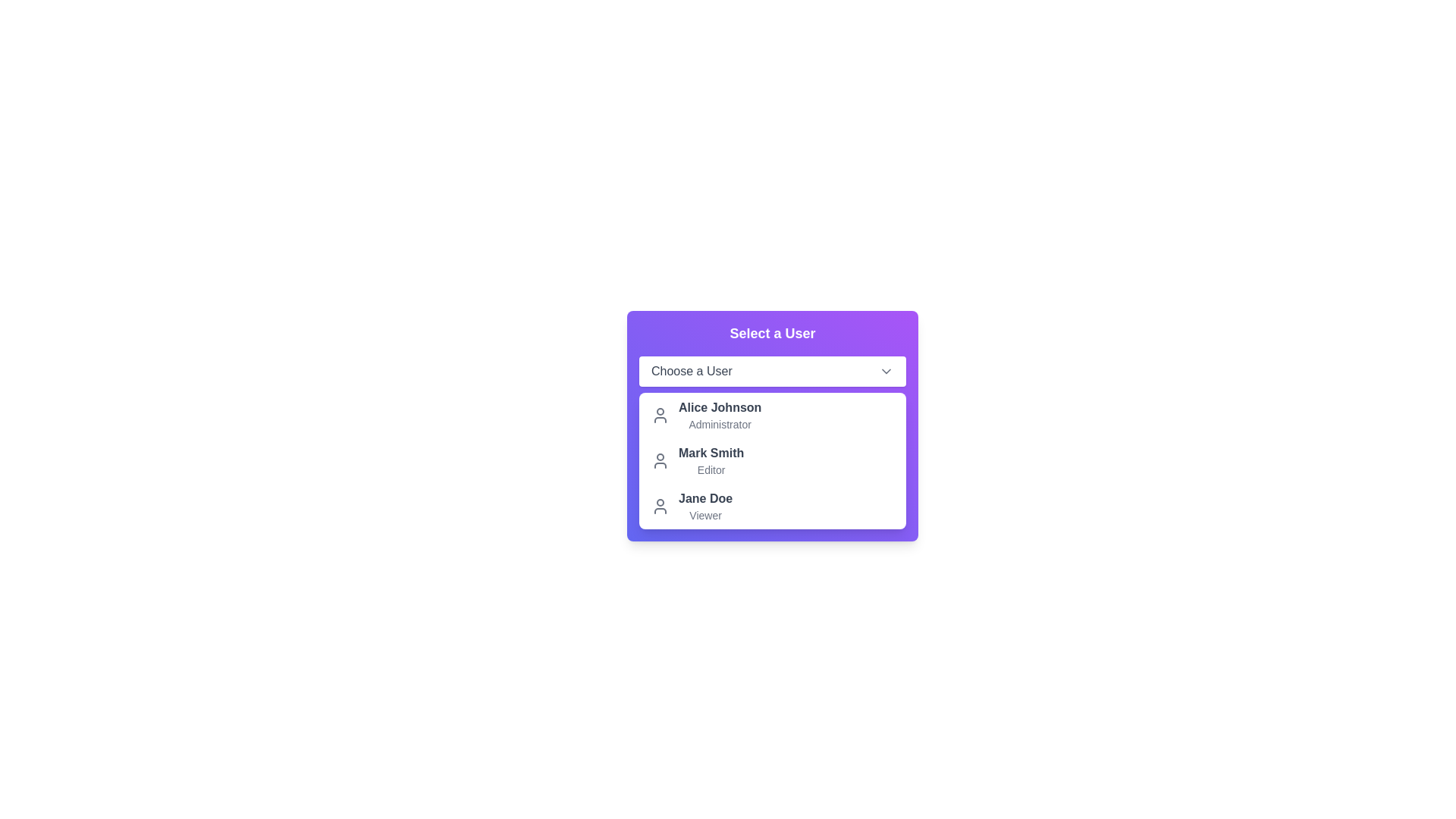 Image resolution: width=1456 pixels, height=819 pixels. What do you see at coordinates (704, 514) in the screenshot?
I see `the 'Viewer' text label, which is a smaller gray text located beneath 'Jane Doe' in the dropdown-style selection box` at bounding box center [704, 514].